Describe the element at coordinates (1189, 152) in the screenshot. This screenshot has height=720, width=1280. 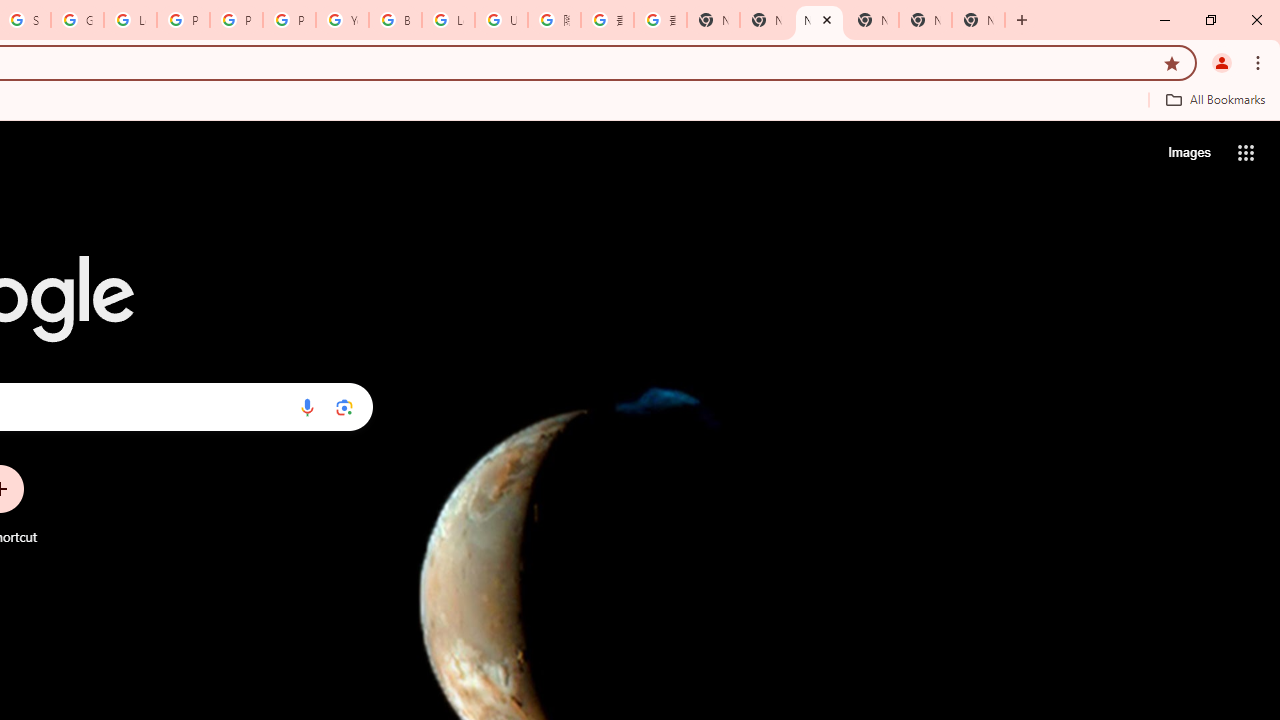
I see `'Search for Images '` at that location.